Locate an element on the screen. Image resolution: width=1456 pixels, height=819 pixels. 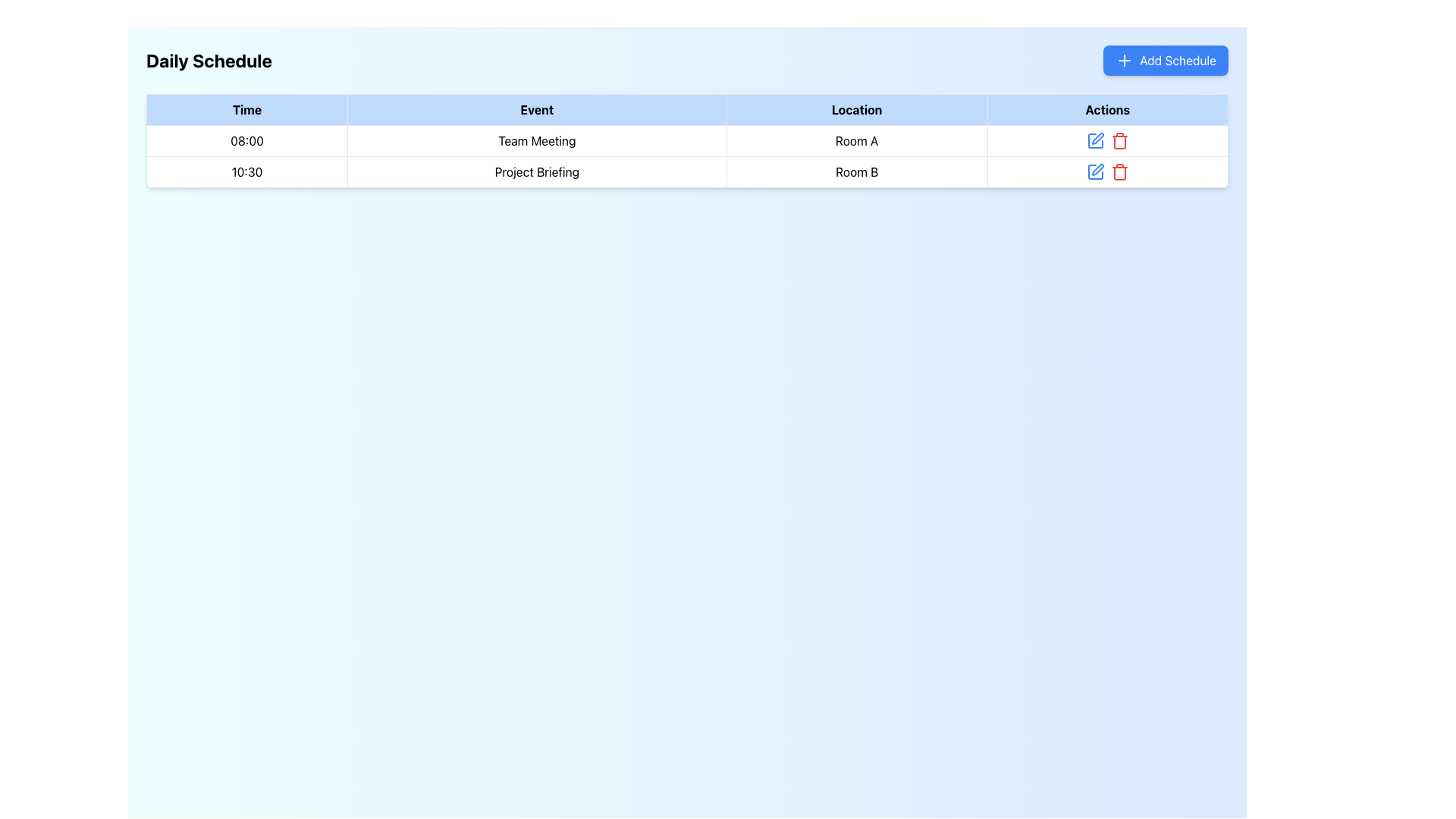
the 'Add Schedule' button located at the top-right corner of the interface, which contains the '+' icon for adding a new schedule entry is located at coordinates (1125, 60).